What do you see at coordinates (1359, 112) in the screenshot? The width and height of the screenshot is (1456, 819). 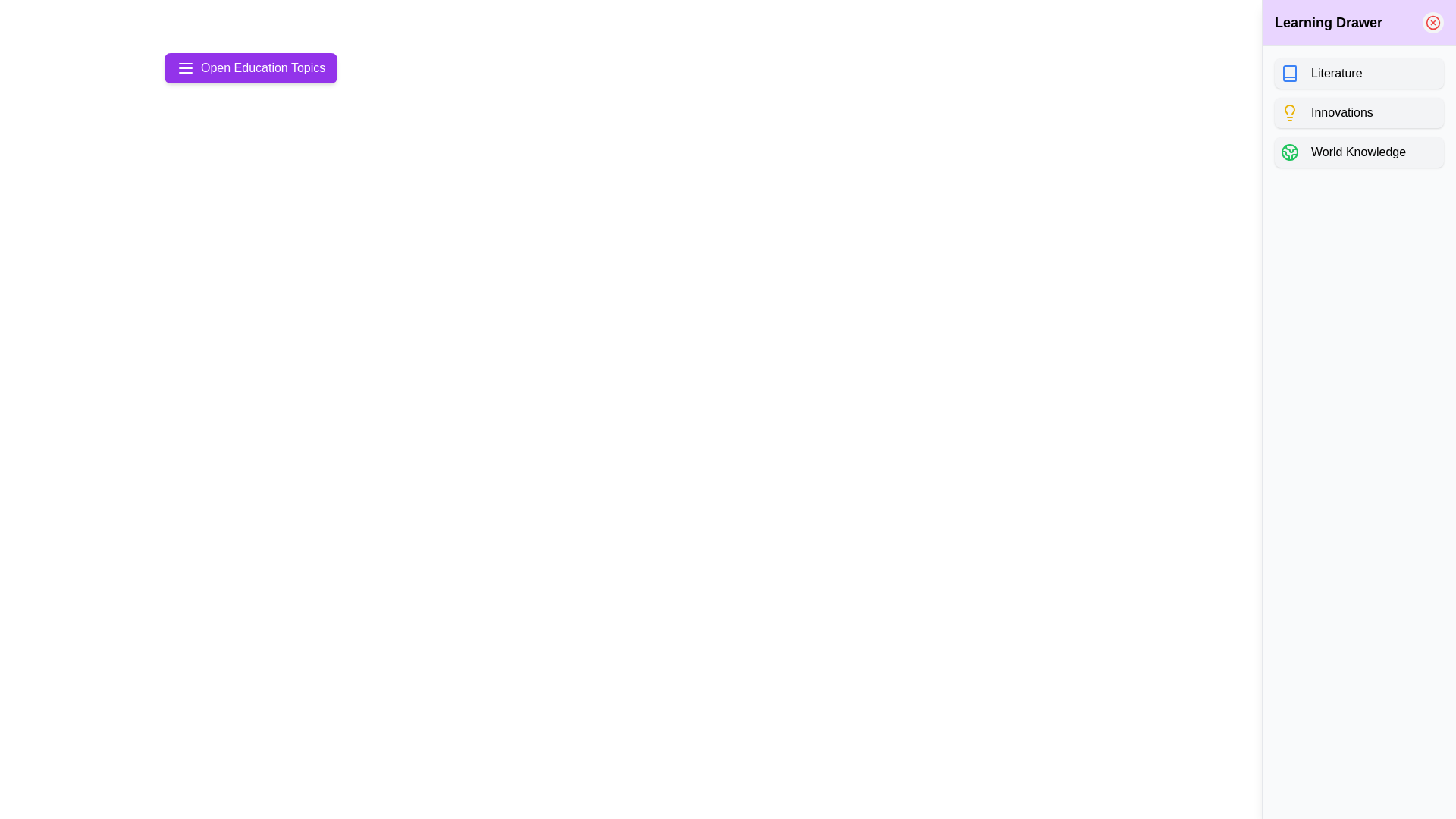 I see `the button corresponding to the topic Innovations inside the drawer` at bounding box center [1359, 112].